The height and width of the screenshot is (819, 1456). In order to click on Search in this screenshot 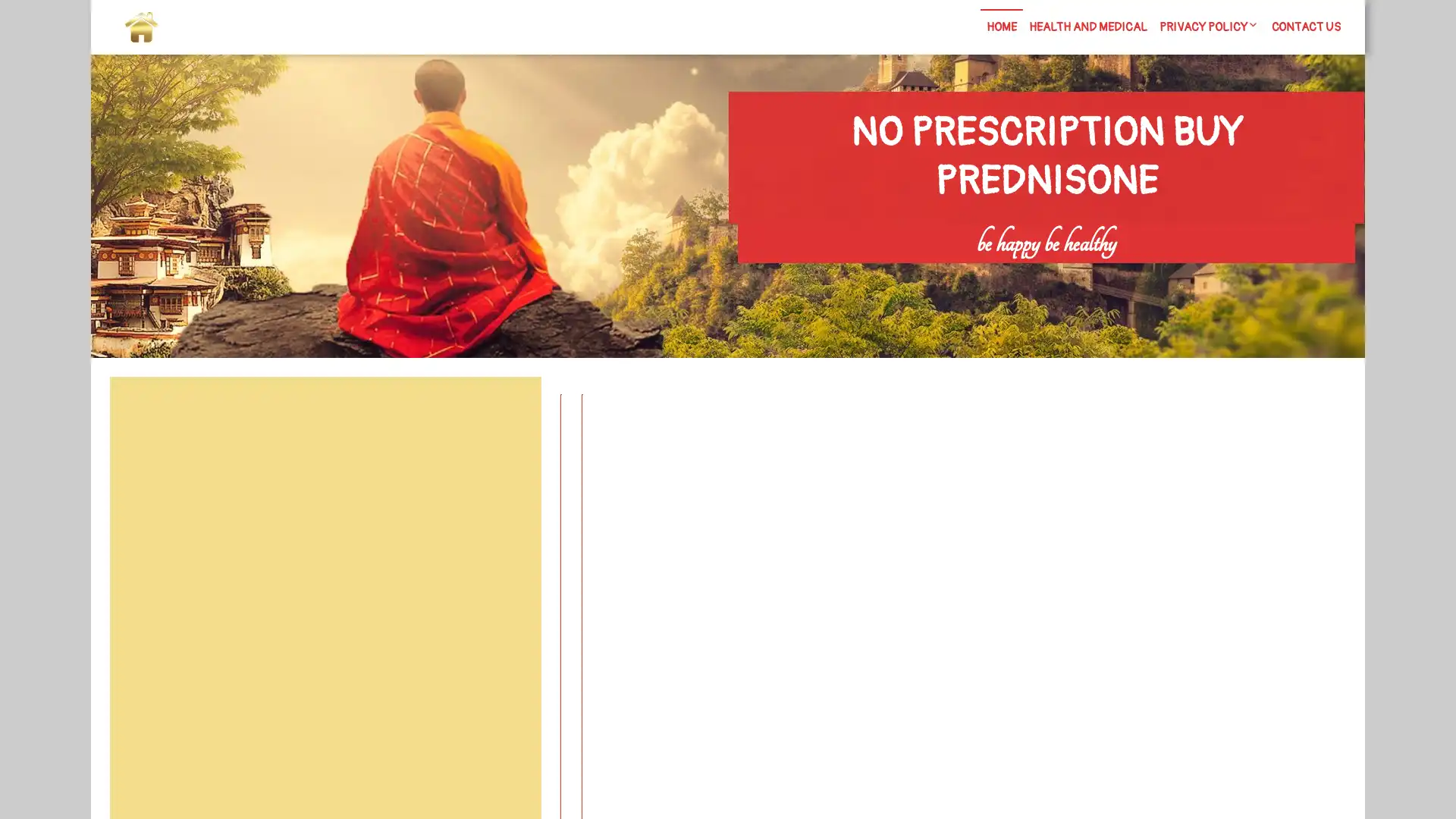, I will do `click(1181, 274)`.